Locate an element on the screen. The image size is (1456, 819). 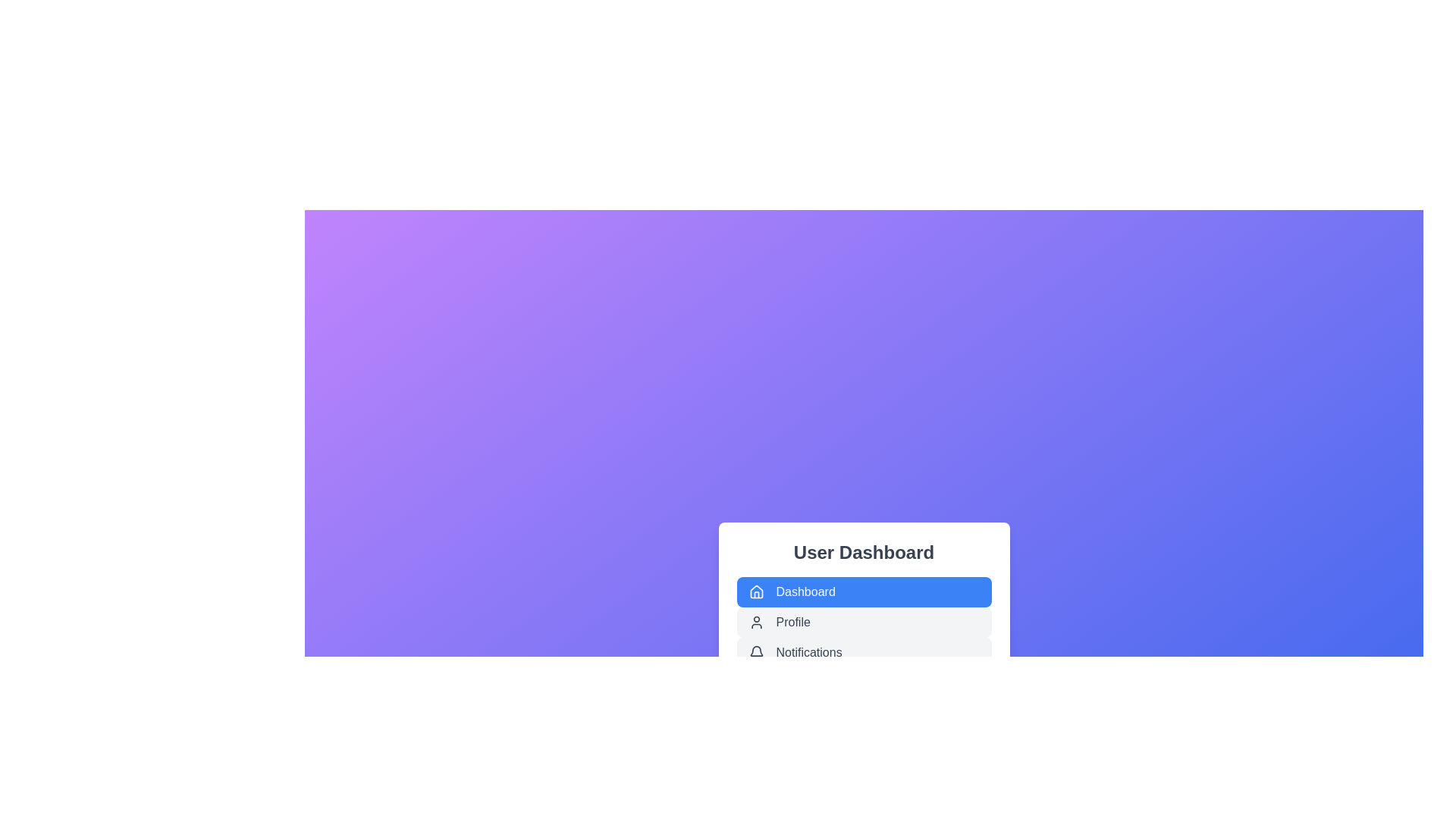
the user profile button located as the second item is located at coordinates (864, 623).